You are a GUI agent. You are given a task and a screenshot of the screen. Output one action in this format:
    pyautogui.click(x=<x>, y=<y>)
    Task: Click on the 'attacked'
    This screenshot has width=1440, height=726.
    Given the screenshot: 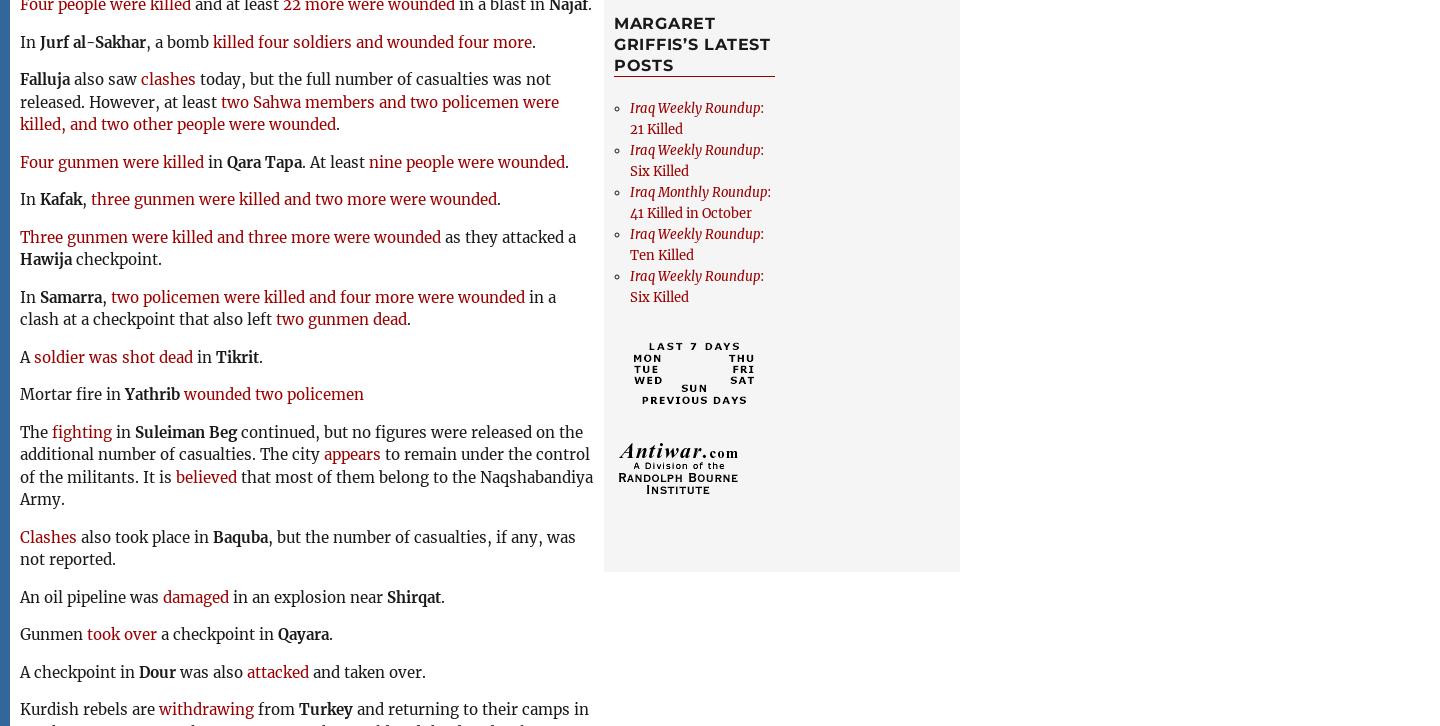 What is the action you would take?
    pyautogui.click(x=277, y=670)
    